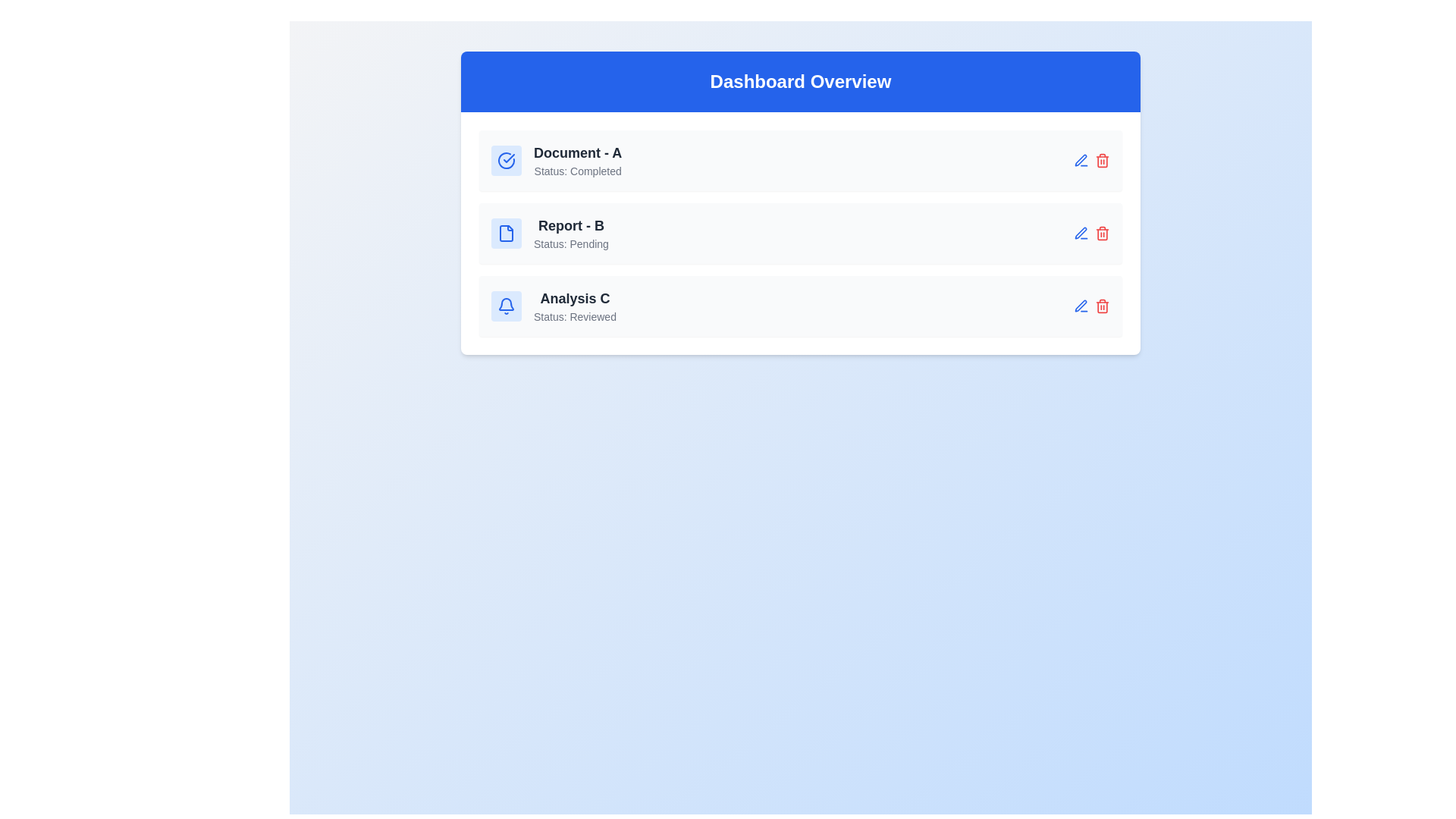 The width and height of the screenshot is (1456, 819). What do you see at coordinates (506, 306) in the screenshot?
I see `the blue bell icon with a light blue rounded square background, located in the lower part of the list within the 'Dashboard Overview' card, to the left of 'Analysis C' and beneath 'Report - B'` at bounding box center [506, 306].